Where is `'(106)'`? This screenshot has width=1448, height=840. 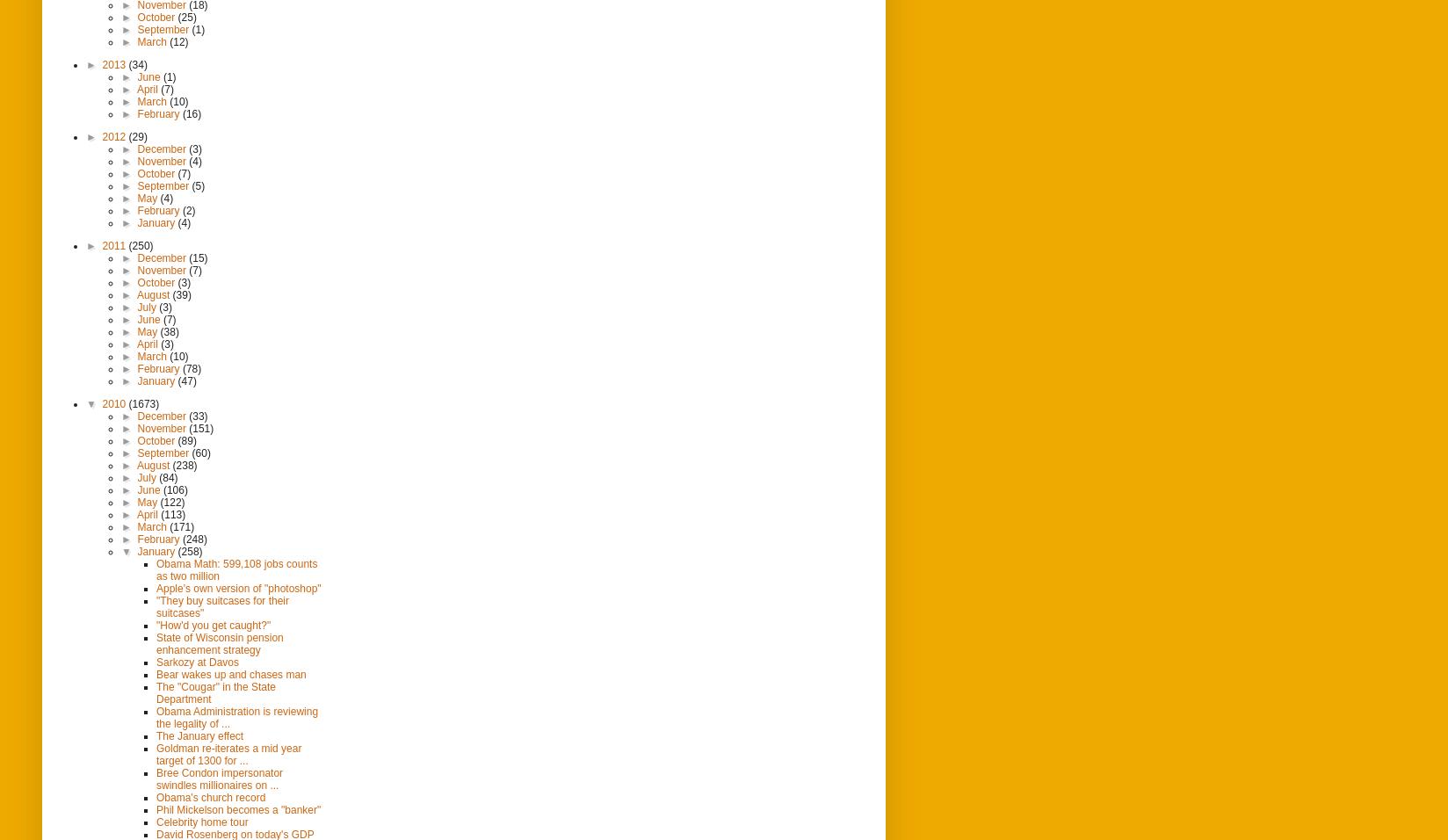 '(106)' is located at coordinates (175, 488).